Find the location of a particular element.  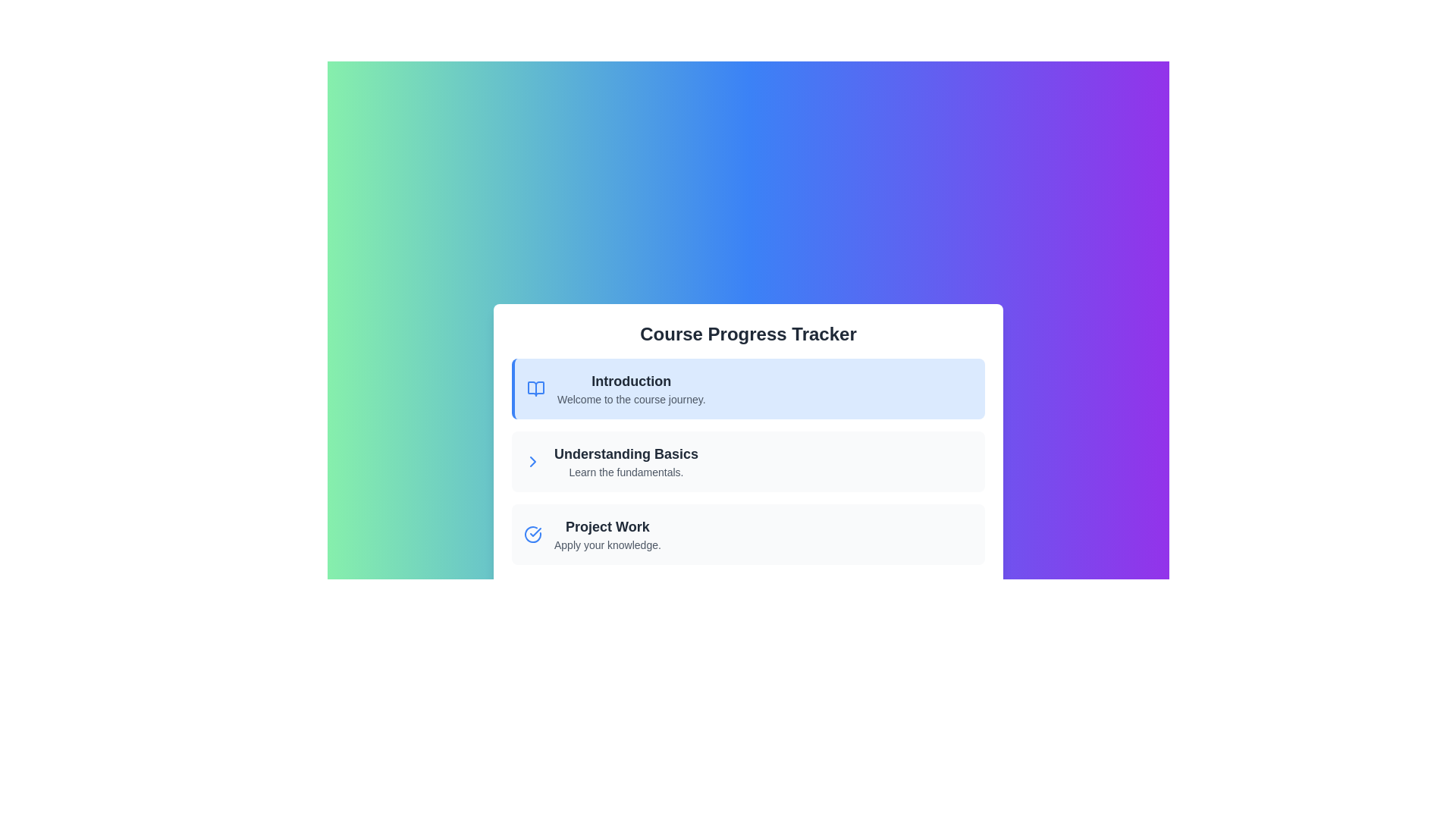

the list item component titled 'Understanding Basics' in the Course Progress Tracker section is located at coordinates (748, 461).